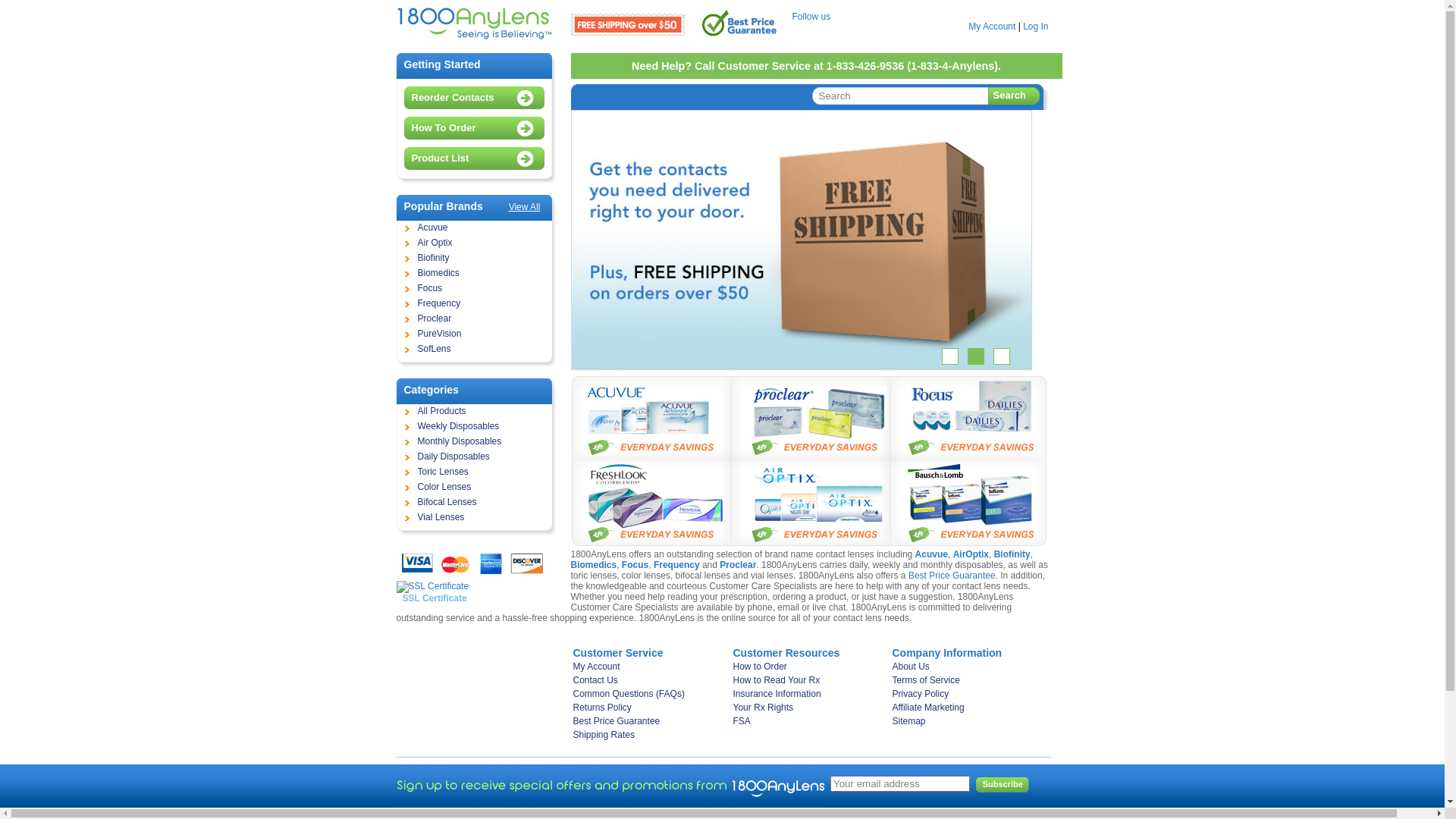 The height and width of the screenshot is (819, 1456). What do you see at coordinates (572, 733) in the screenshot?
I see `'Shipping Rates'` at bounding box center [572, 733].